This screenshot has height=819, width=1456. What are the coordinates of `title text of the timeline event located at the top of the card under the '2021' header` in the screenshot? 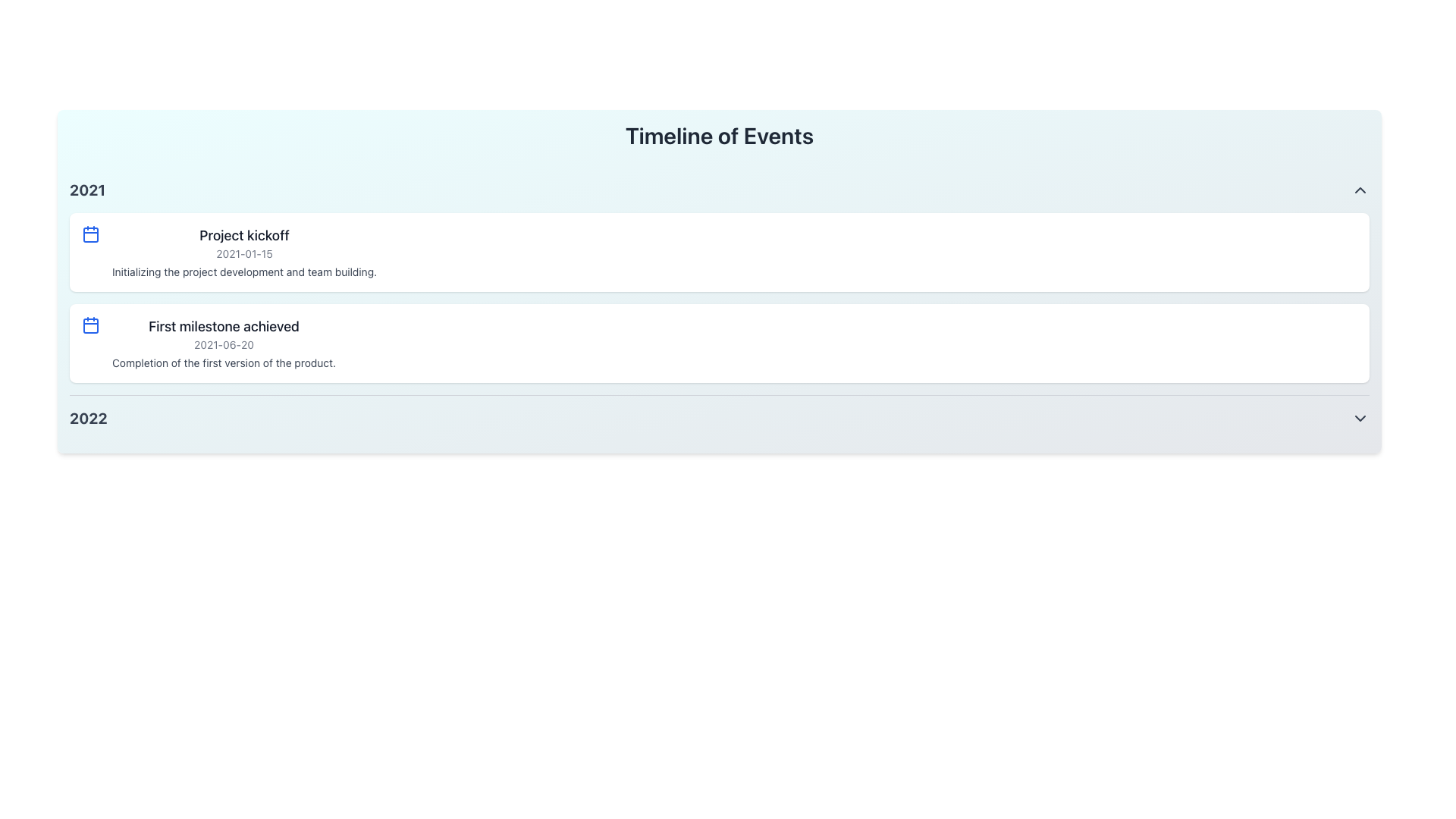 It's located at (244, 236).